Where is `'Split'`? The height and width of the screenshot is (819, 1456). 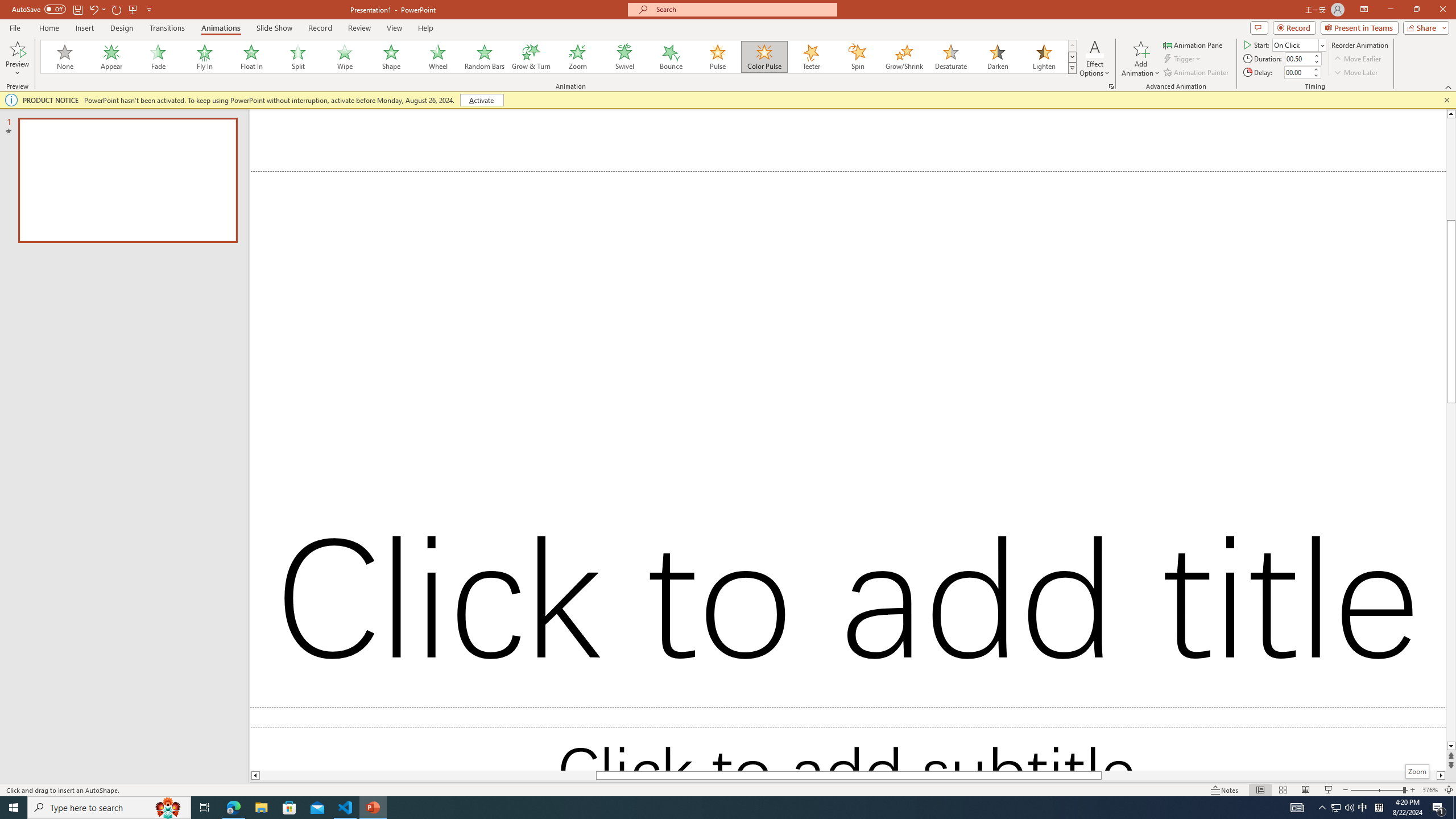 'Split' is located at coordinates (297, 56).